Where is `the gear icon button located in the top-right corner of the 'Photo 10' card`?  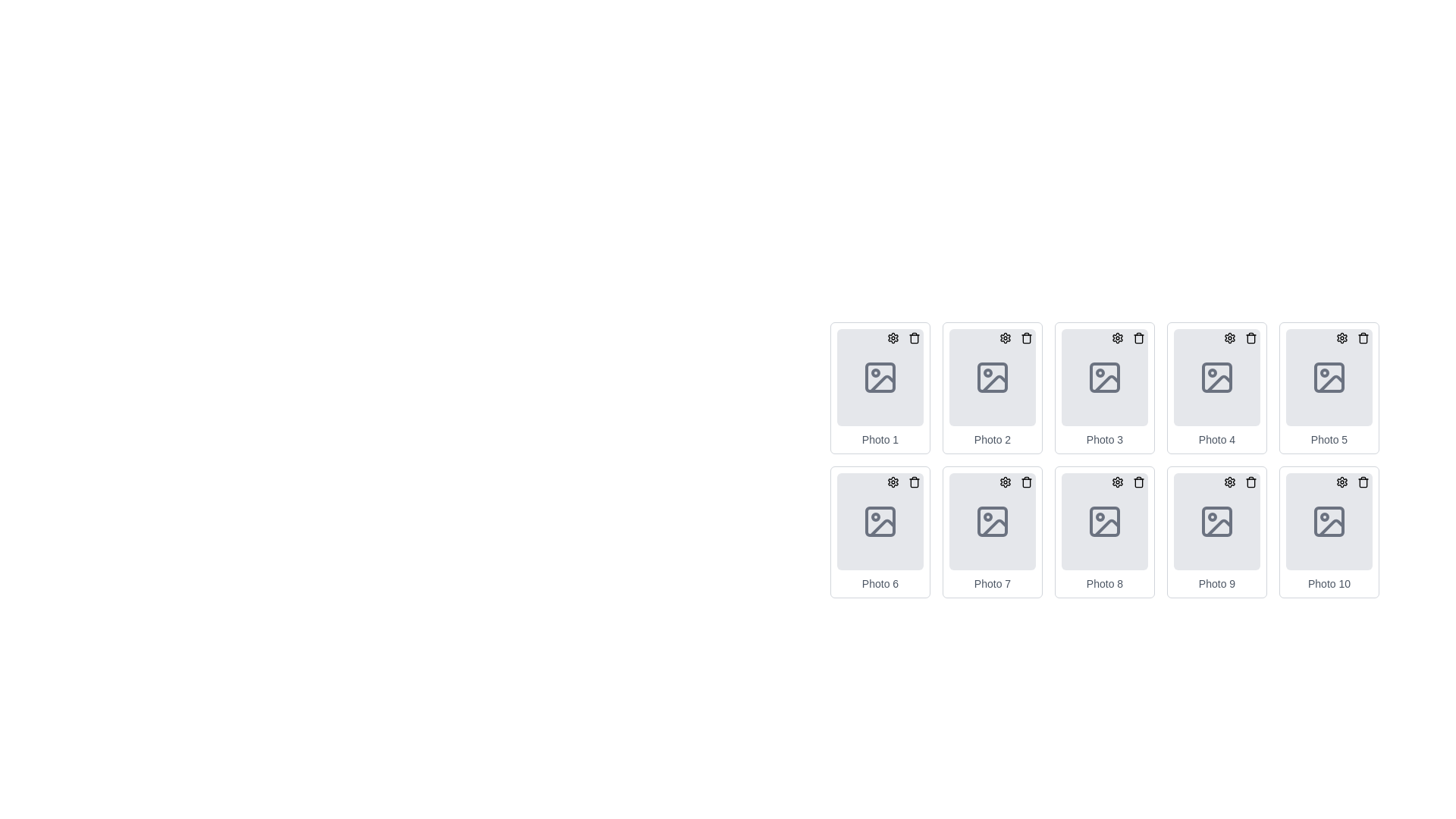 the gear icon button located in the top-right corner of the 'Photo 10' card is located at coordinates (1342, 482).